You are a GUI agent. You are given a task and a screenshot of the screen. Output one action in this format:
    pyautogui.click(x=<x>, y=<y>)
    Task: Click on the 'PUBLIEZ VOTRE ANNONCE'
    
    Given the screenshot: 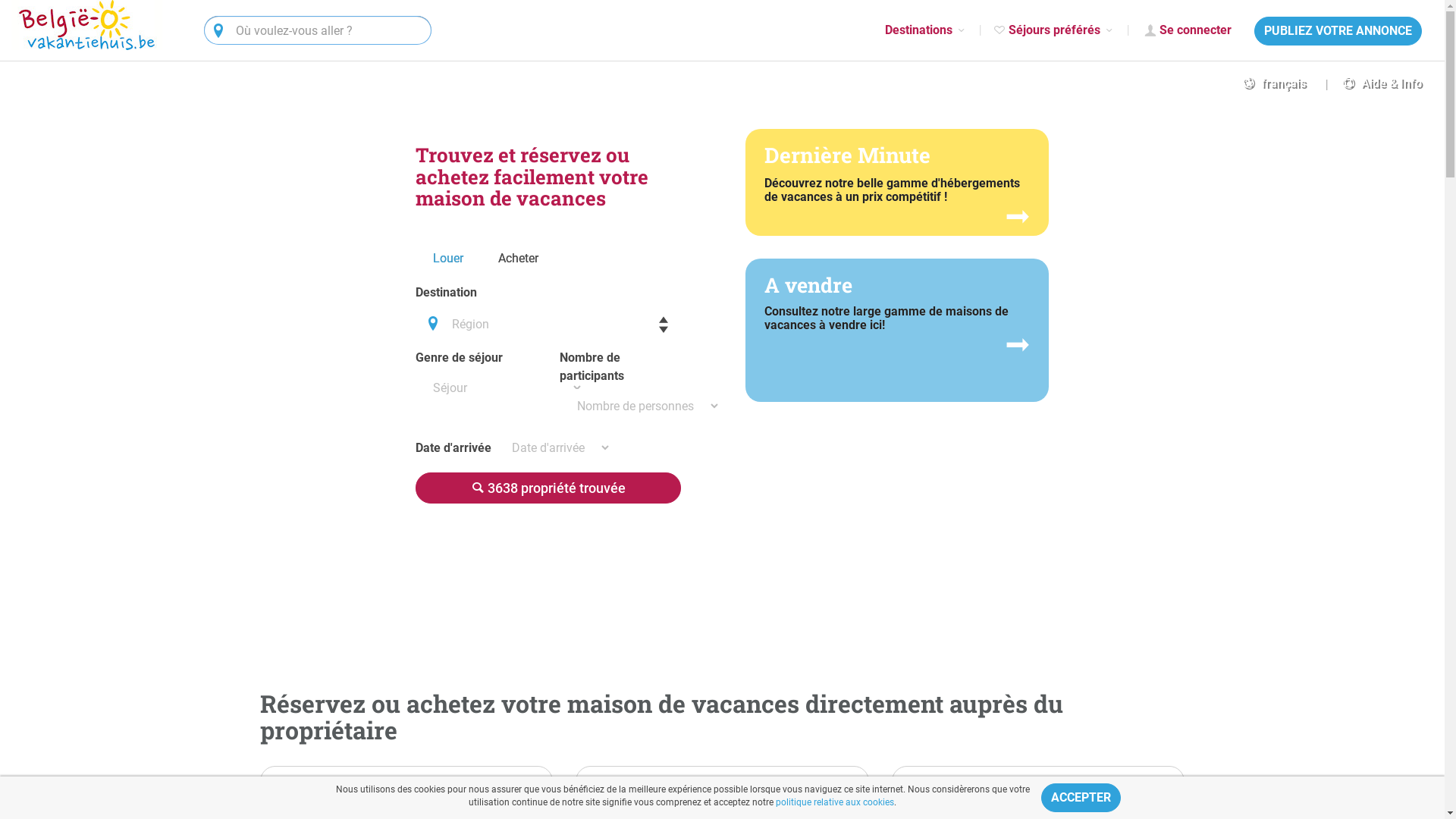 What is the action you would take?
    pyautogui.click(x=1338, y=31)
    